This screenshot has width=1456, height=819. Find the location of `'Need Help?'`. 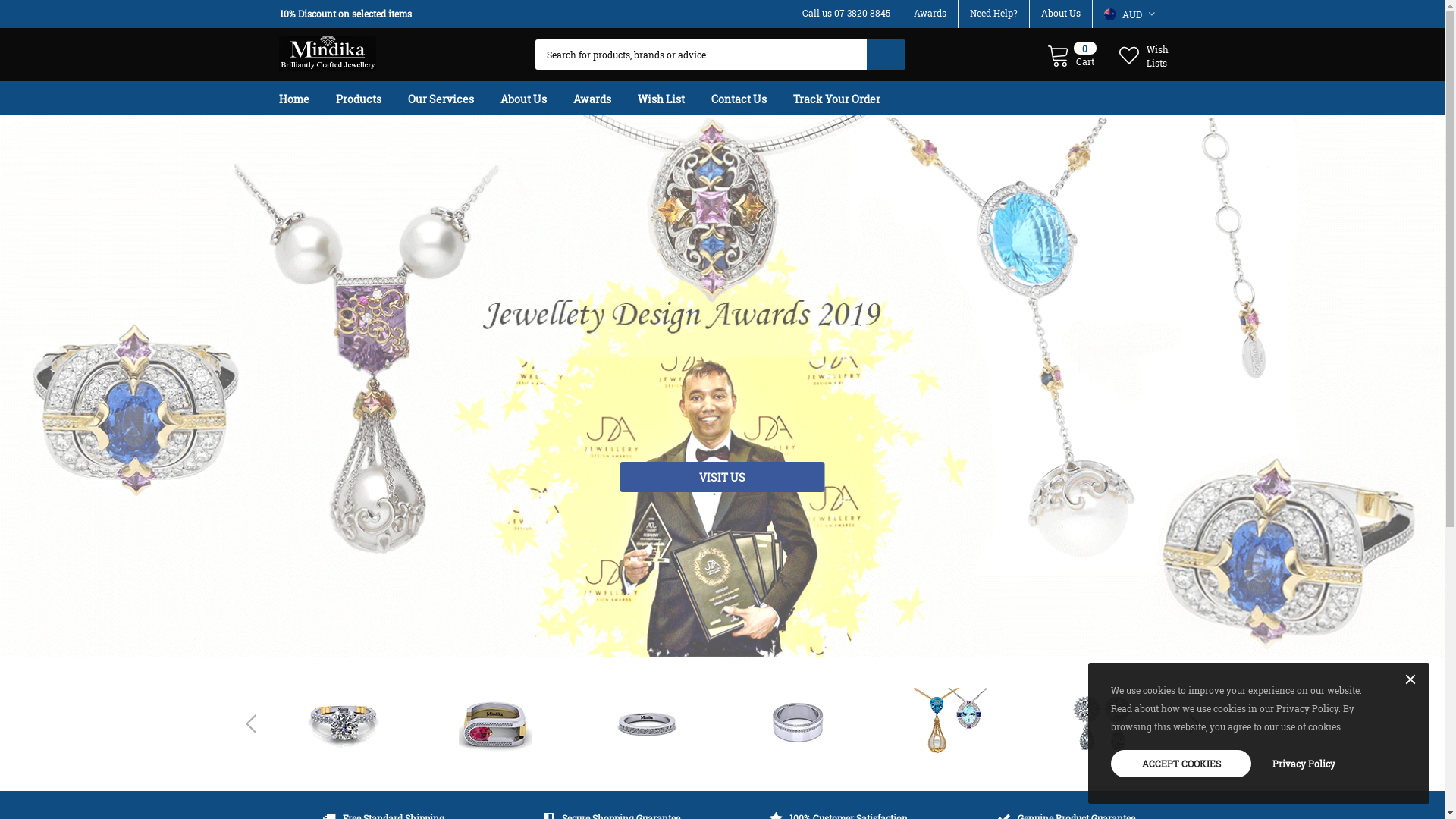

'Need Help?' is located at coordinates (993, 12).